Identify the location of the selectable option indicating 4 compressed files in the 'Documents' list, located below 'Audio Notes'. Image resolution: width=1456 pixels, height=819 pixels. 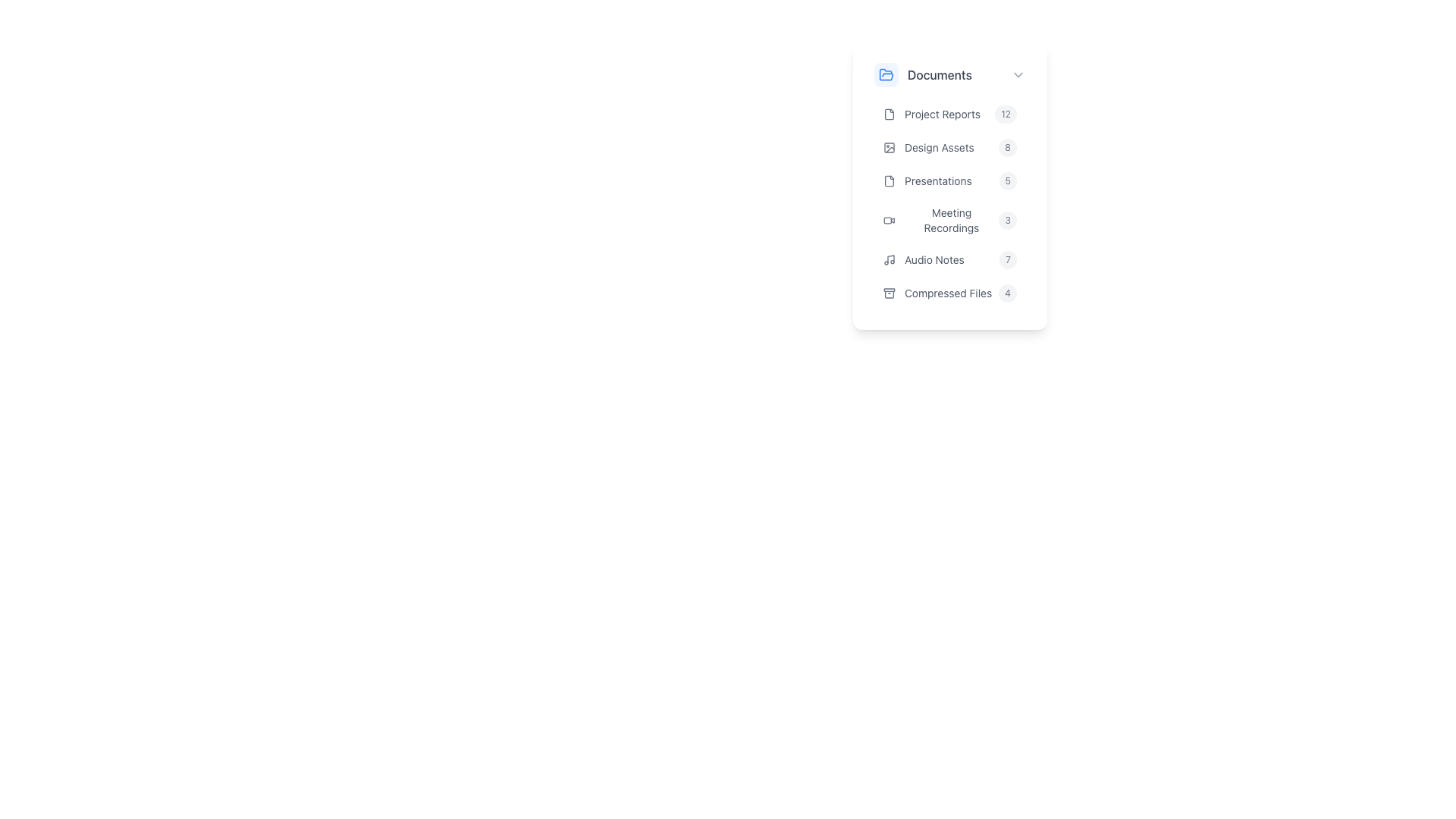
(949, 293).